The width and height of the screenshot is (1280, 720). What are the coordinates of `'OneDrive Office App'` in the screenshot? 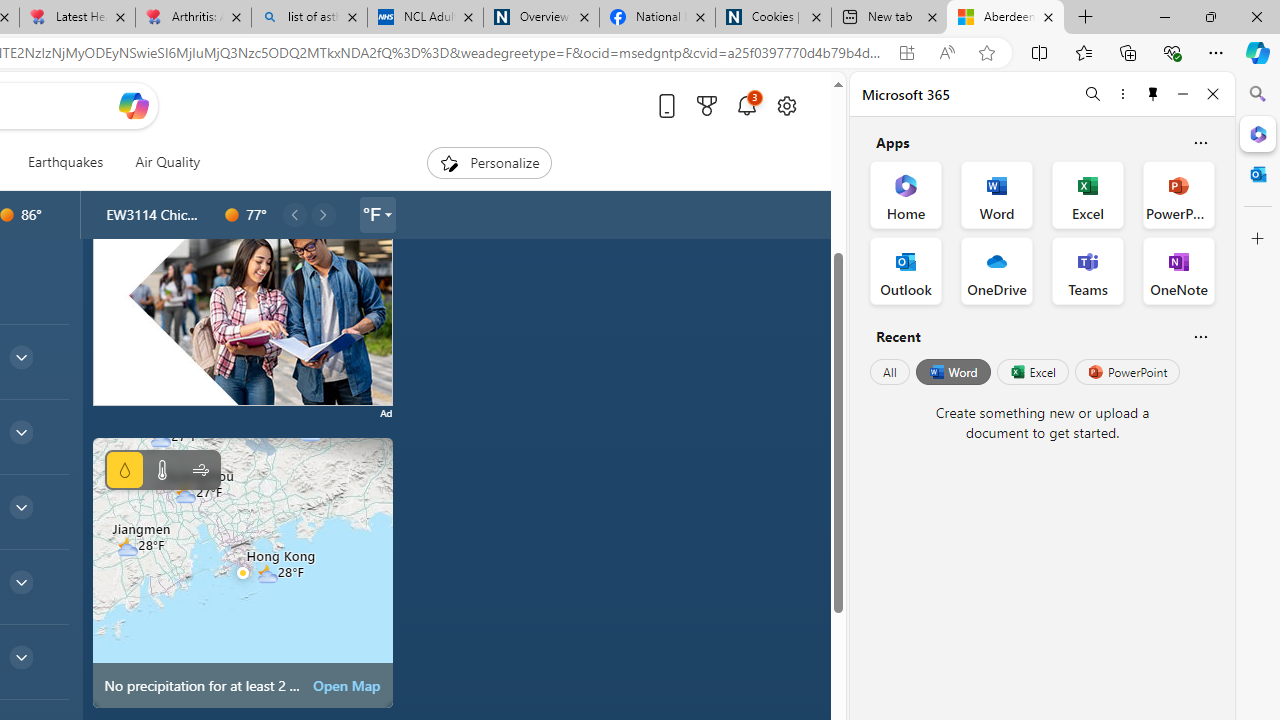 It's located at (997, 271).